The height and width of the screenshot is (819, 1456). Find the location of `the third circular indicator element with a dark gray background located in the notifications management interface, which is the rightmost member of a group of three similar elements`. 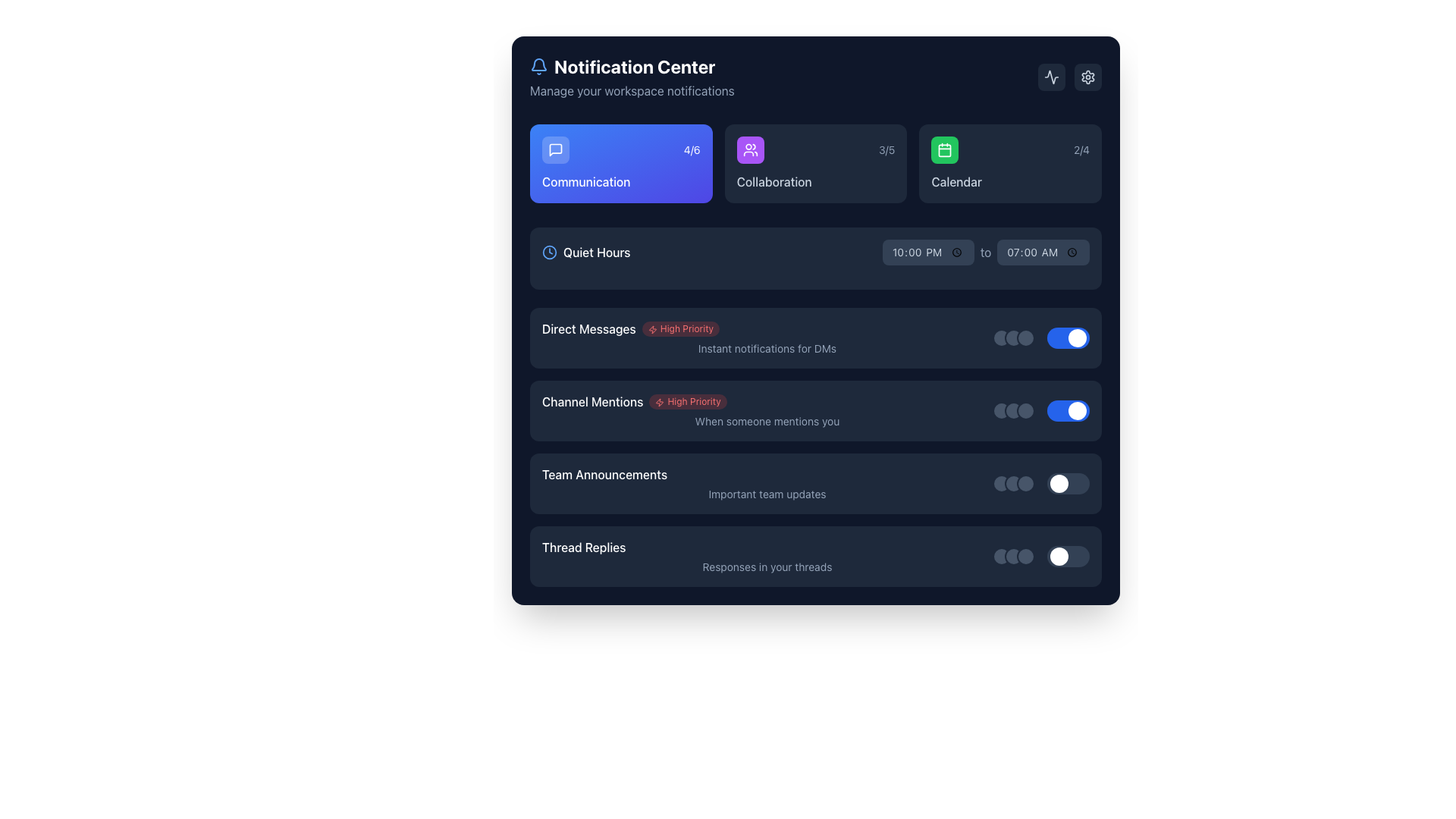

the third circular indicator element with a dark gray background located in the notifications management interface, which is the rightmost member of a group of three similar elements is located at coordinates (1026, 337).